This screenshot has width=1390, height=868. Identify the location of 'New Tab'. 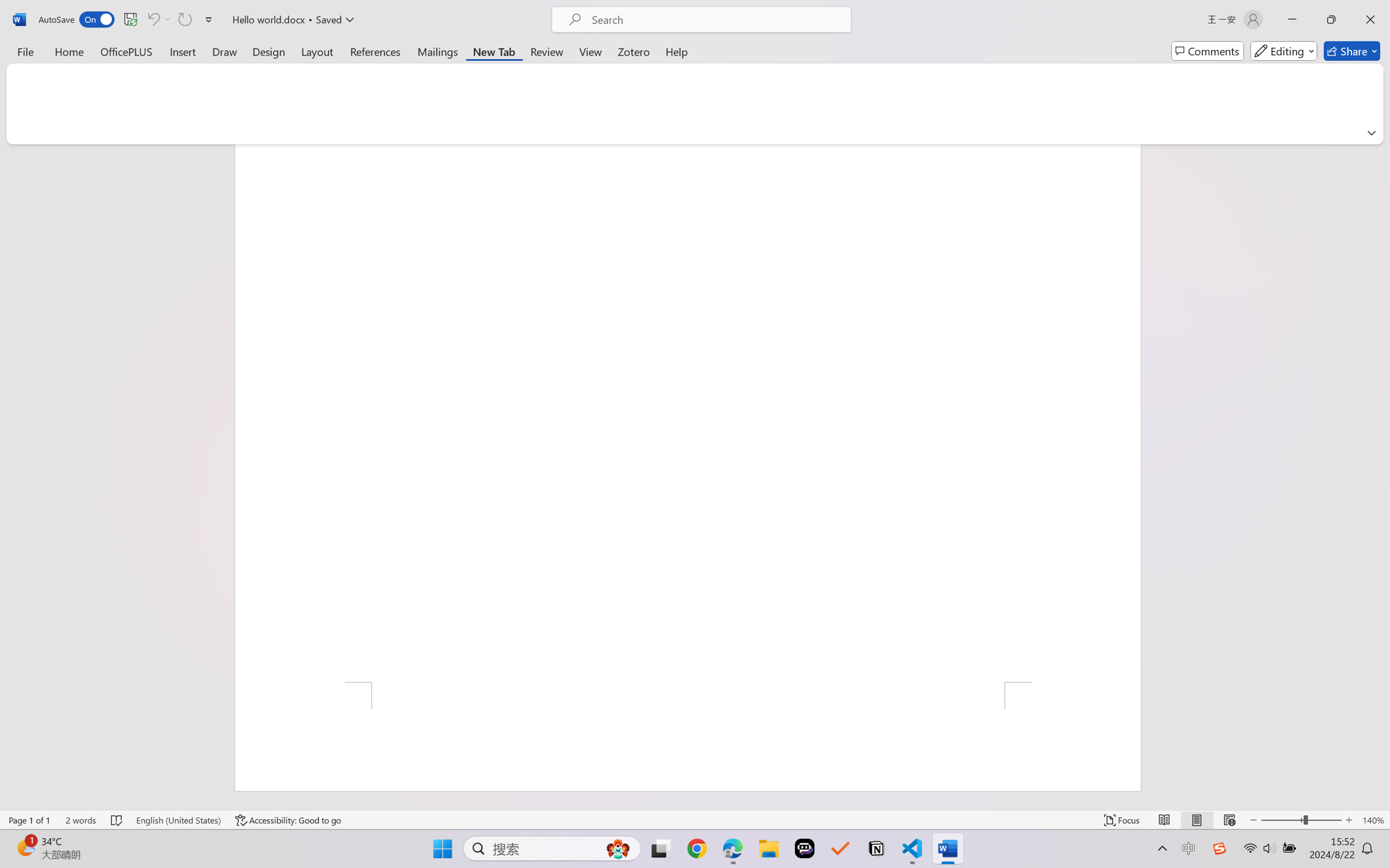
(493, 51).